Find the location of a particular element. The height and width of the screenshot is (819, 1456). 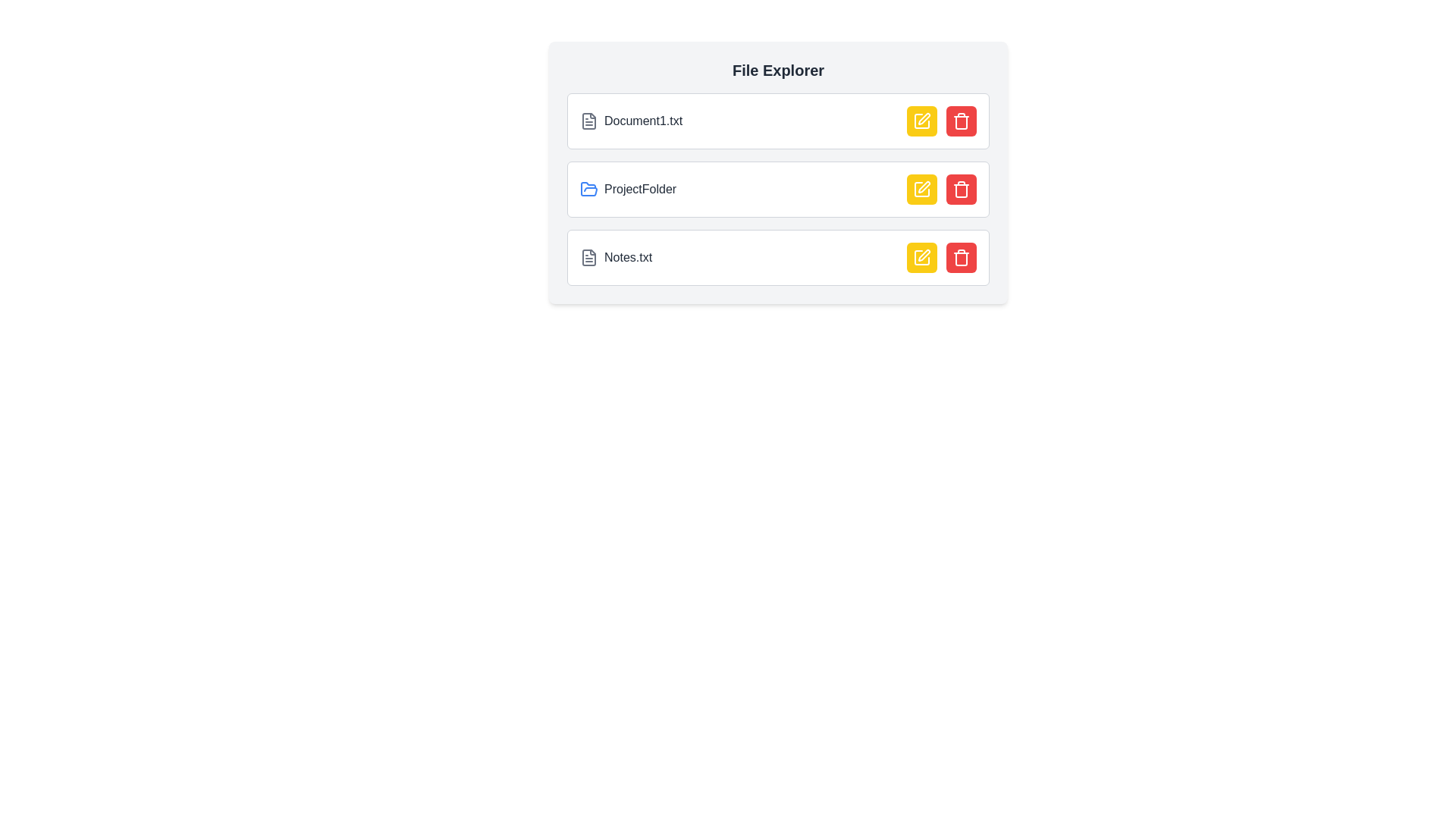

the trash can icon with a minimalist line art style, which is located in the red actionable button next to the yellow pencil icon, within the file explorer interface under the 'ProjectFolder' list item is located at coordinates (960, 189).